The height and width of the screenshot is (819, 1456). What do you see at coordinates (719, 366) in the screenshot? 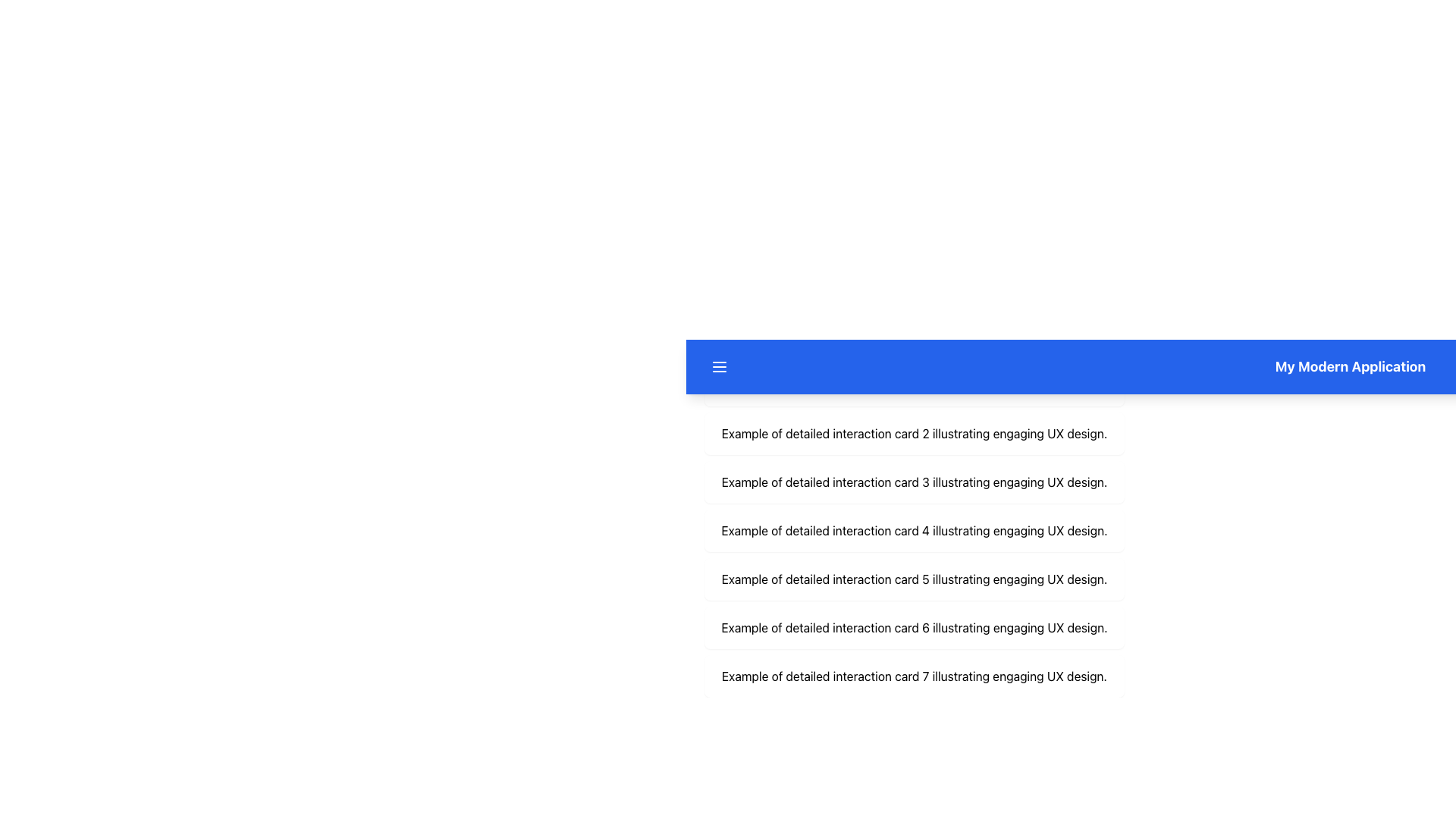
I see `the round menu button located at the top-left corner of the blue header bar` at bounding box center [719, 366].